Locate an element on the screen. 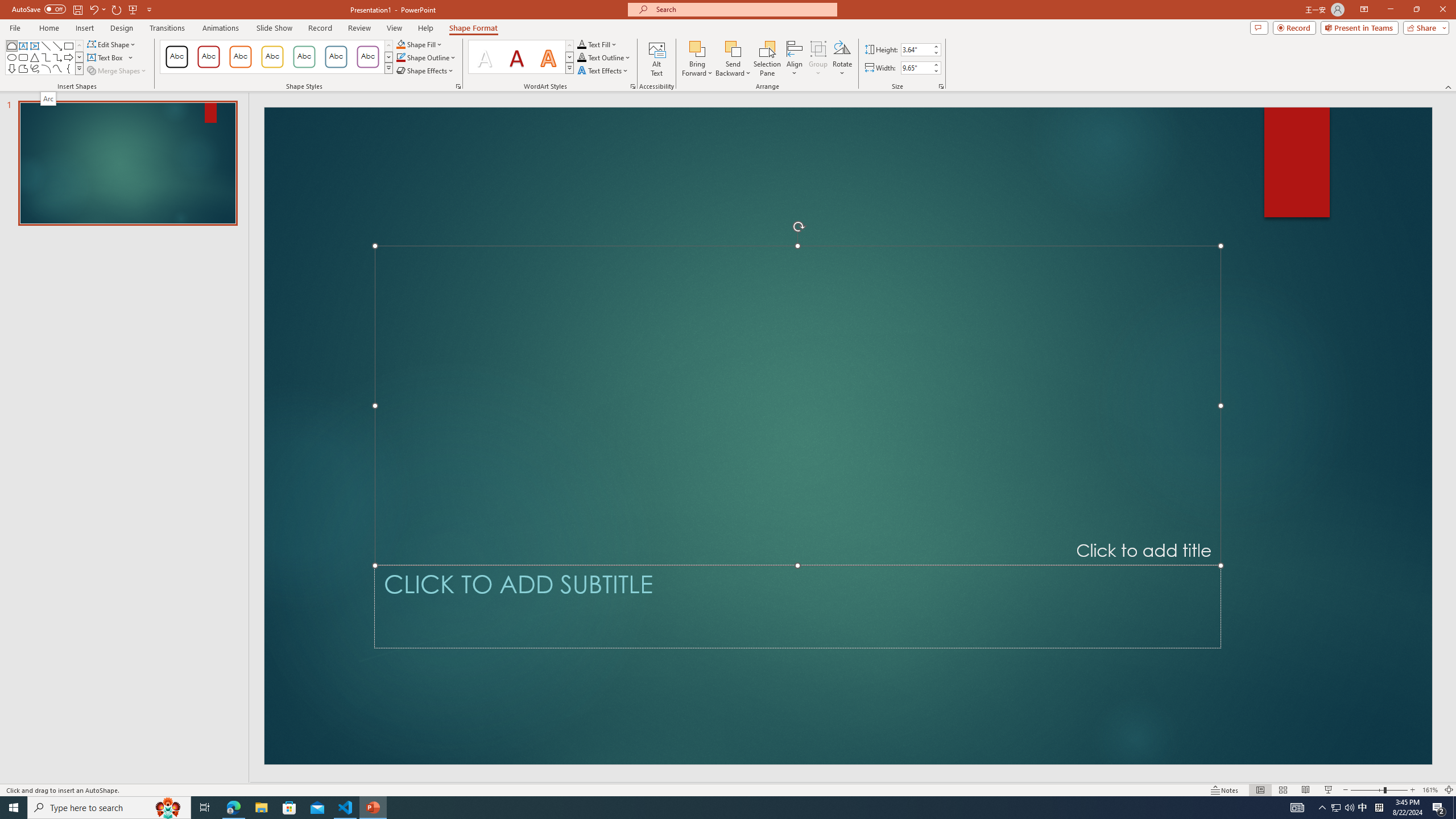  'Bring Forward' is located at coordinates (698, 59).